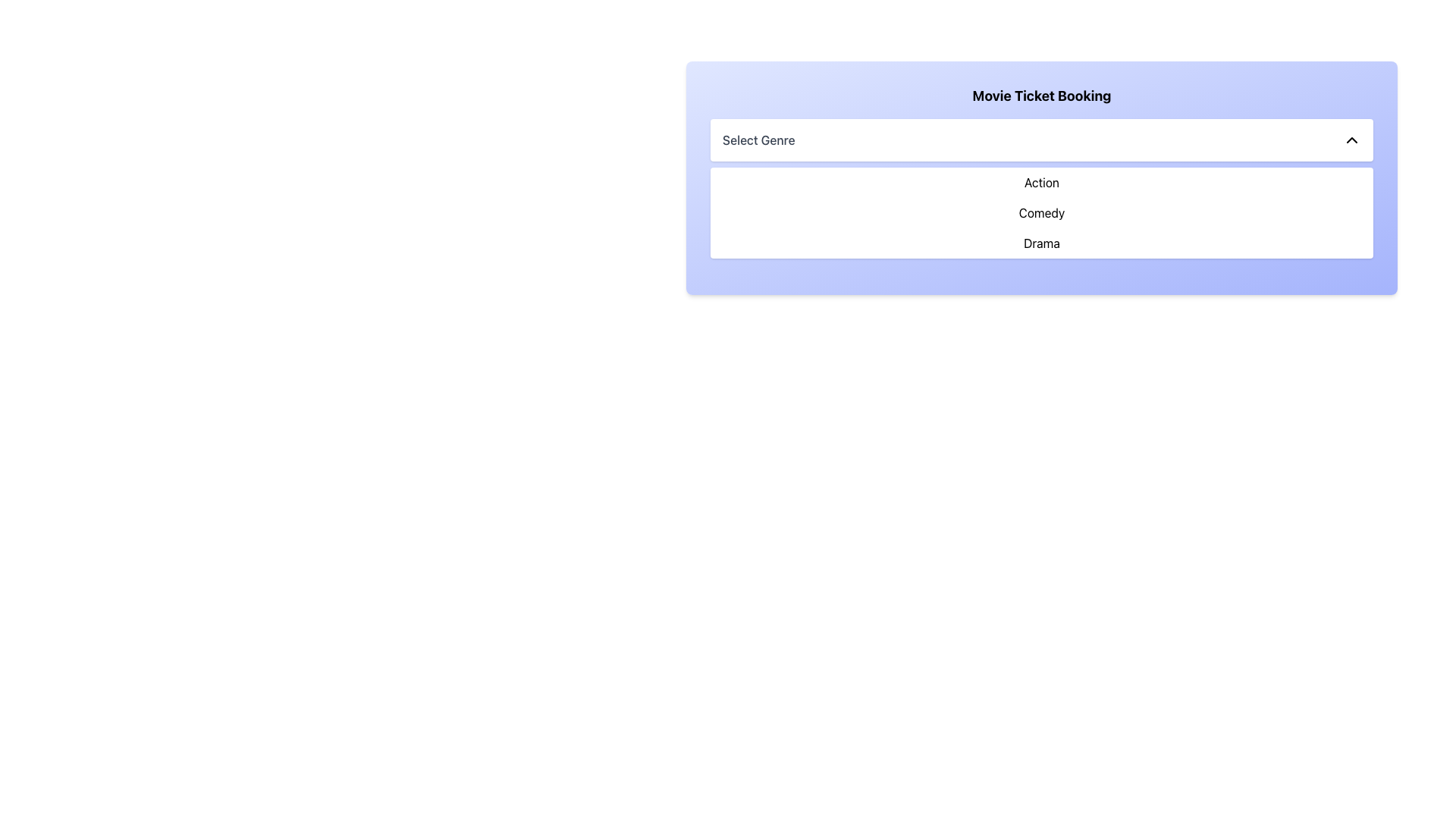  What do you see at coordinates (1040, 140) in the screenshot?
I see `the white rectangular dropdown selector labeled 'Select Genre' to focus on it` at bounding box center [1040, 140].